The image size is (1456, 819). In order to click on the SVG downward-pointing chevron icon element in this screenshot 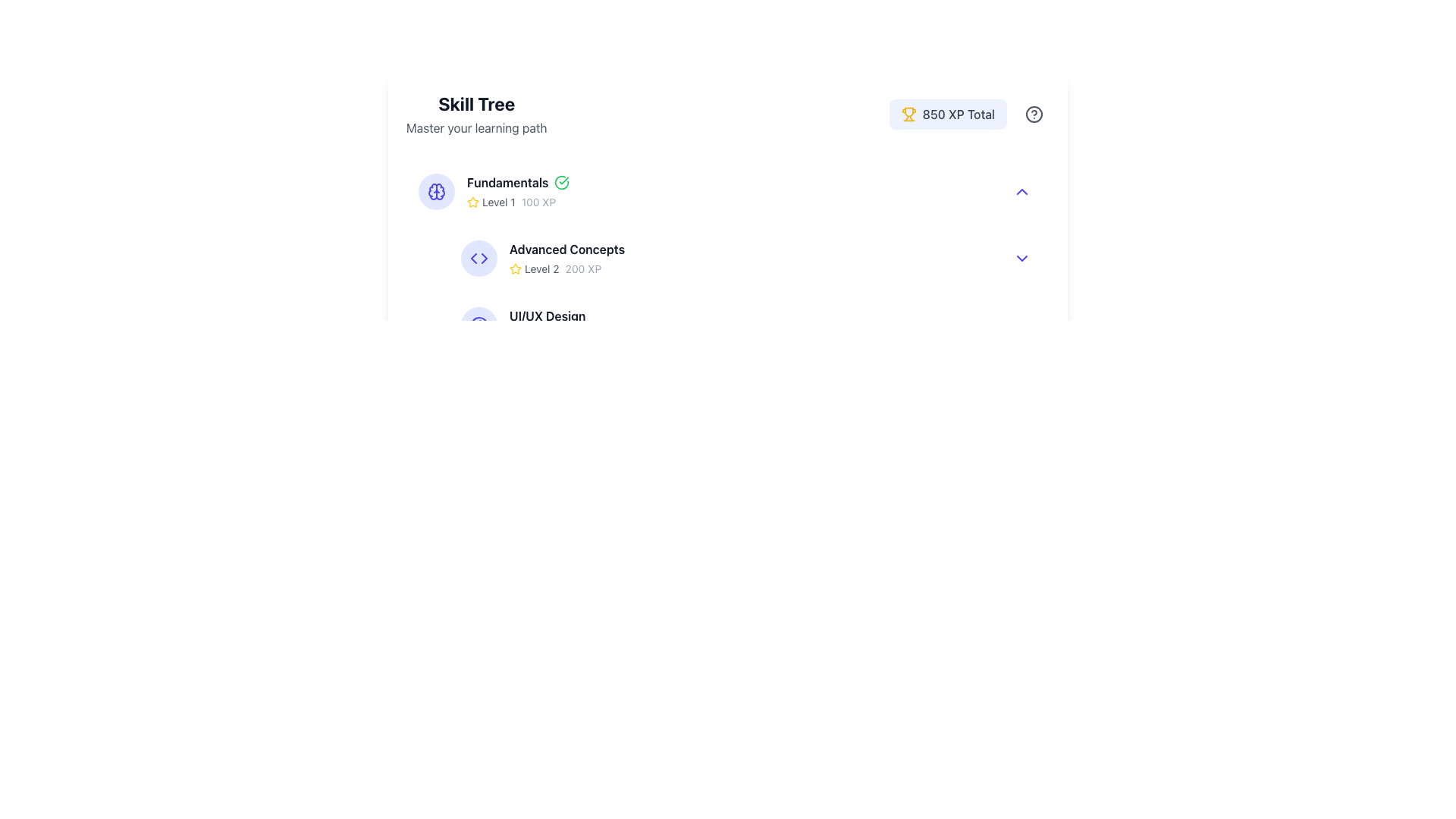, I will do `click(1022, 257)`.